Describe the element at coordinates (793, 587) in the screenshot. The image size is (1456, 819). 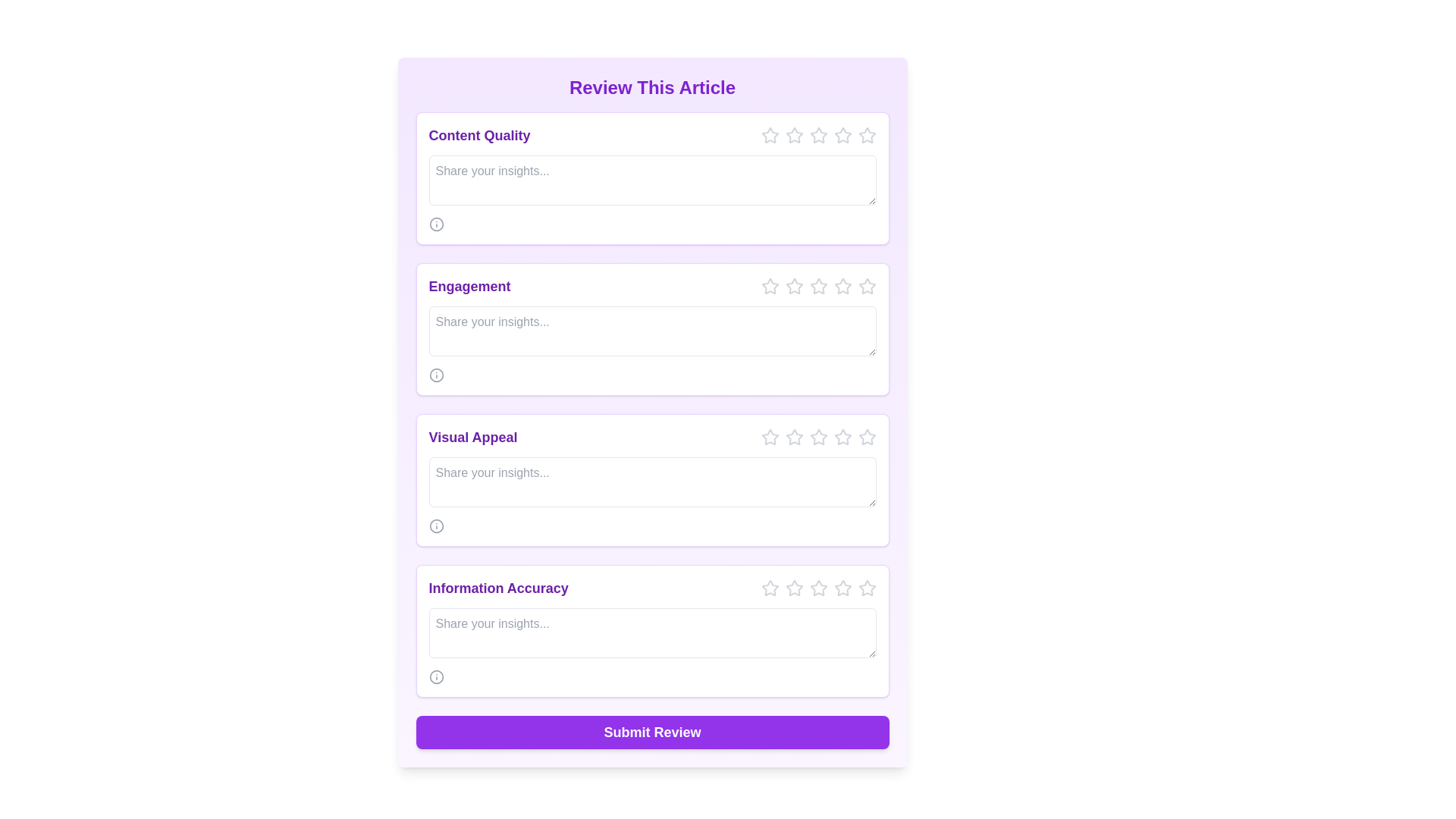
I see `the third star in the 'Information Accuracy' rating section of the 'Review This Article' form` at that location.